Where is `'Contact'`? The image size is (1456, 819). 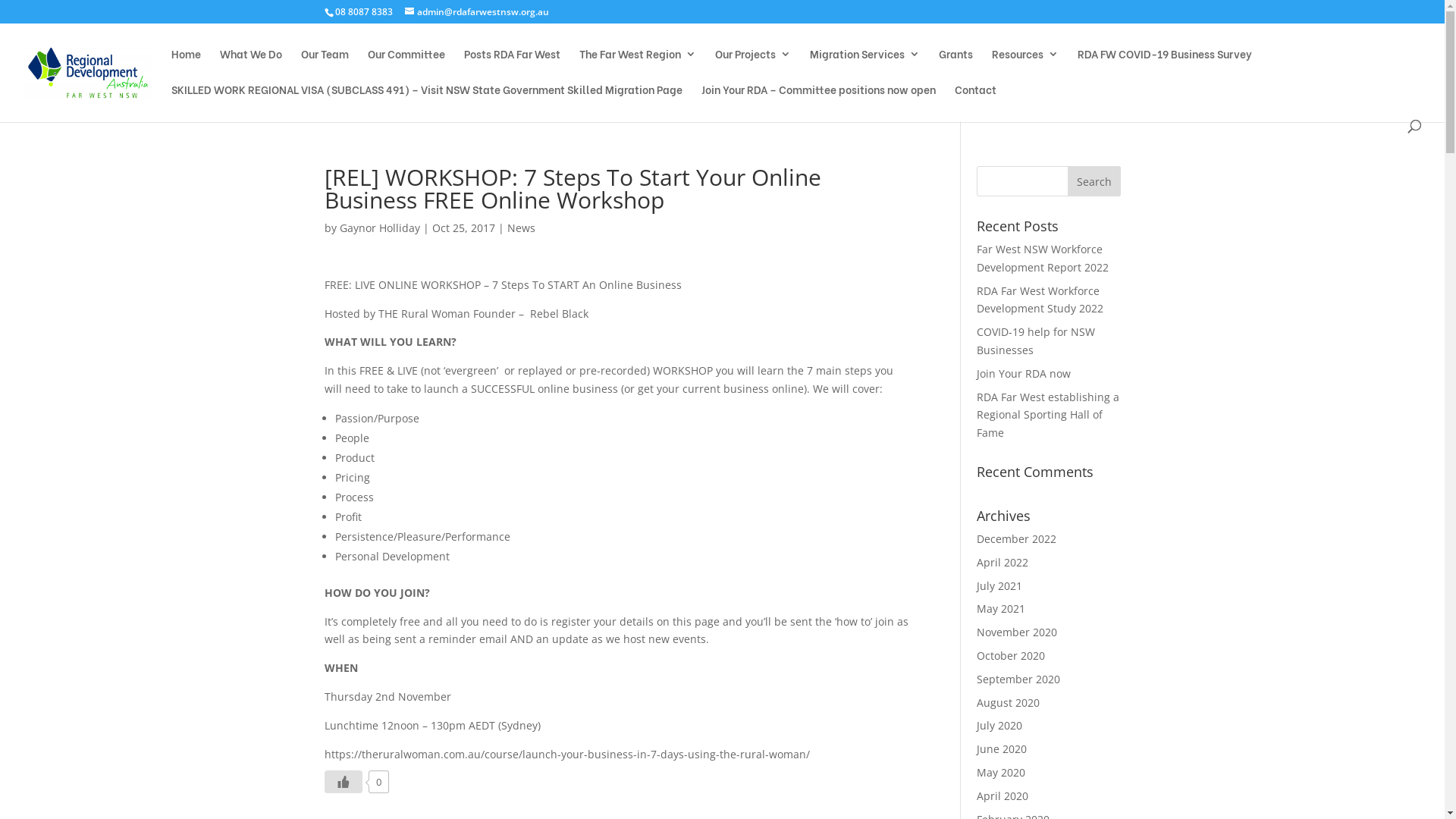
'Contact' is located at coordinates (975, 102).